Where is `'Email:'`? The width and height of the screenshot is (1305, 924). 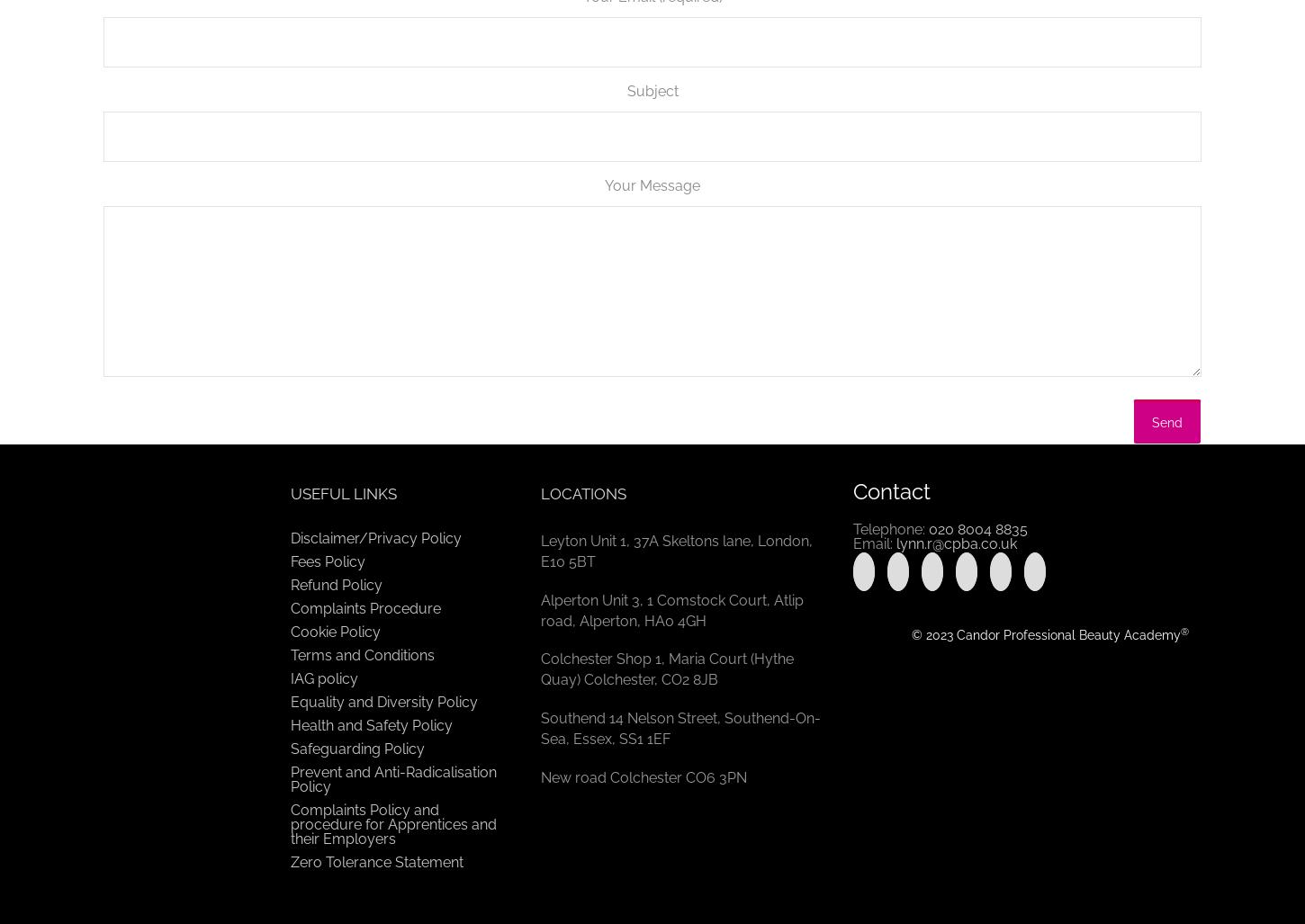 'Email:' is located at coordinates (873, 543).